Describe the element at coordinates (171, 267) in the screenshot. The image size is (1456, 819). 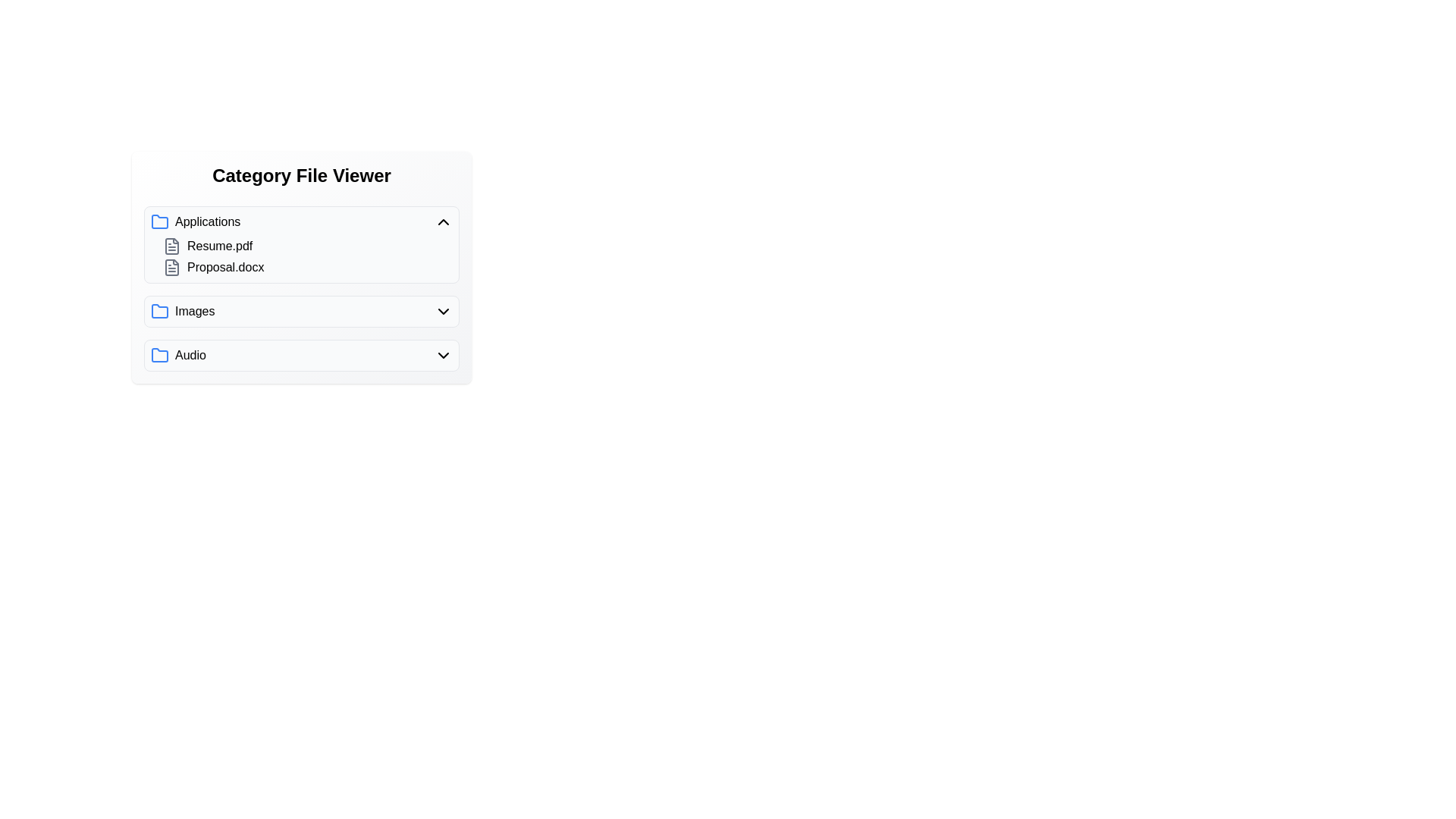
I see `the file icon for Proposal.docx` at that location.